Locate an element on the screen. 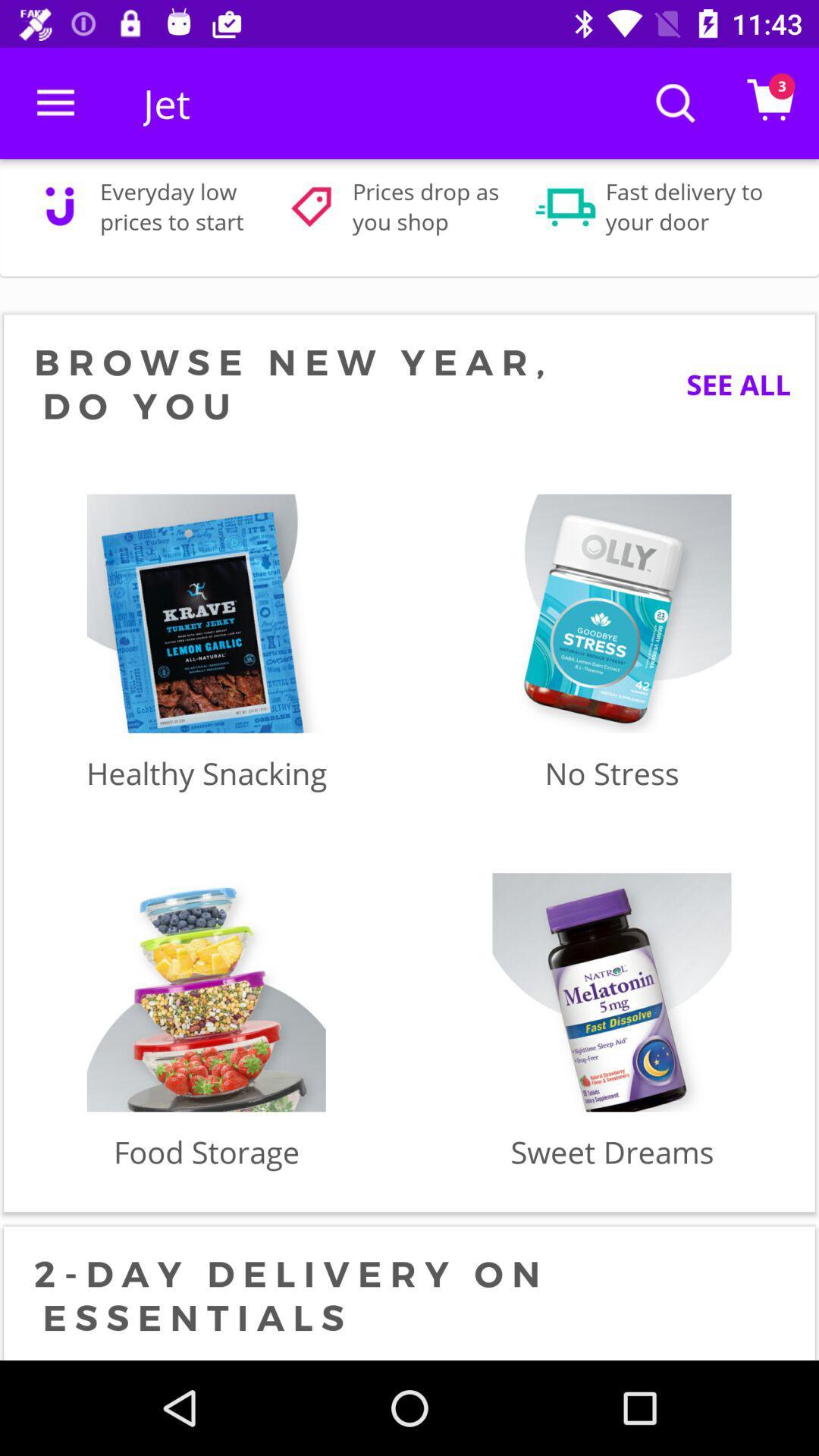 Image resolution: width=819 pixels, height=1456 pixels. see all is located at coordinates (726, 384).